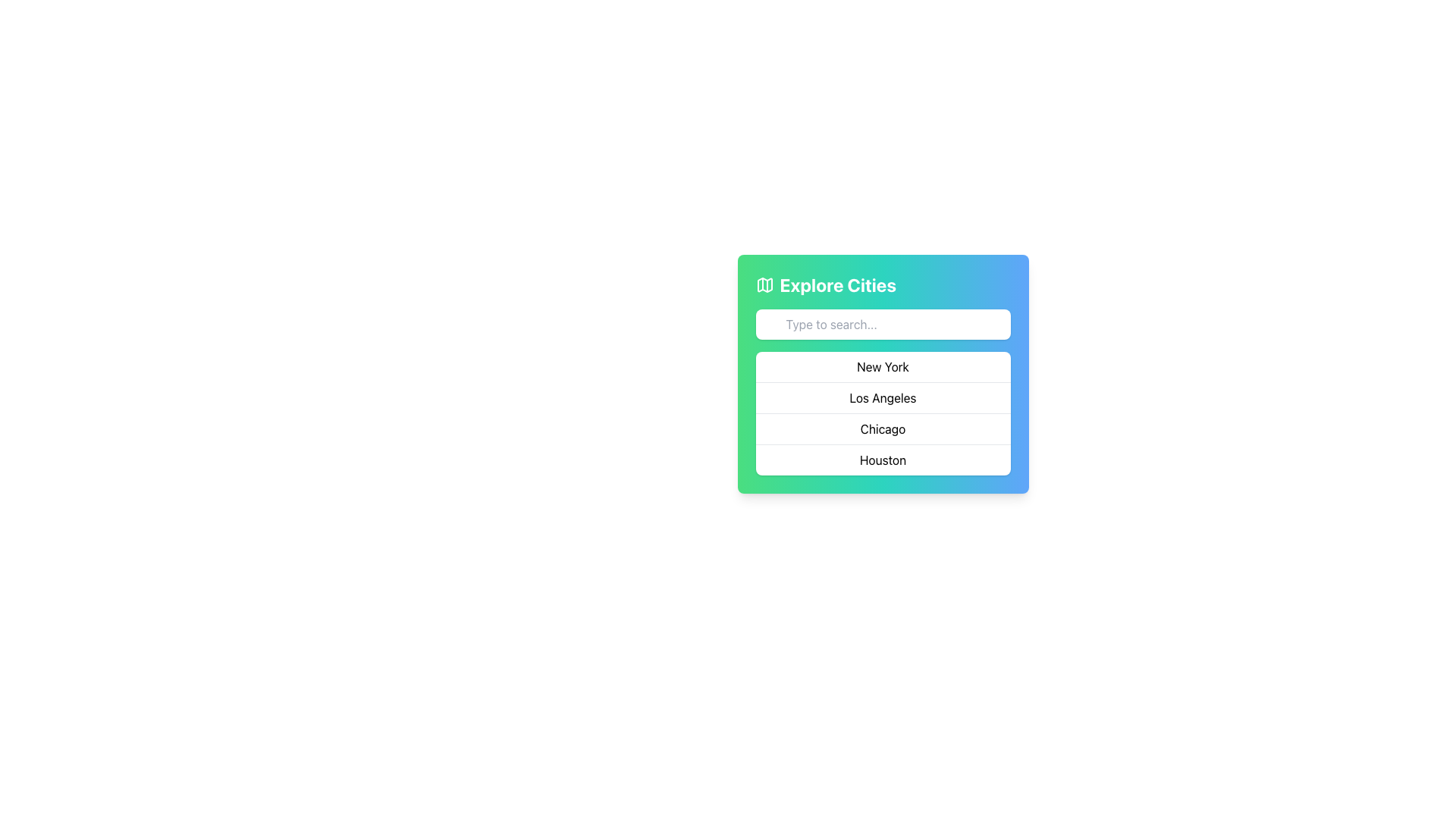 The image size is (1456, 819). What do you see at coordinates (764, 284) in the screenshot?
I see `the small map icon with white strokes on a green background, located to the left of the 'Explore Cities' text at the top of the interface` at bounding box center [764, 284].